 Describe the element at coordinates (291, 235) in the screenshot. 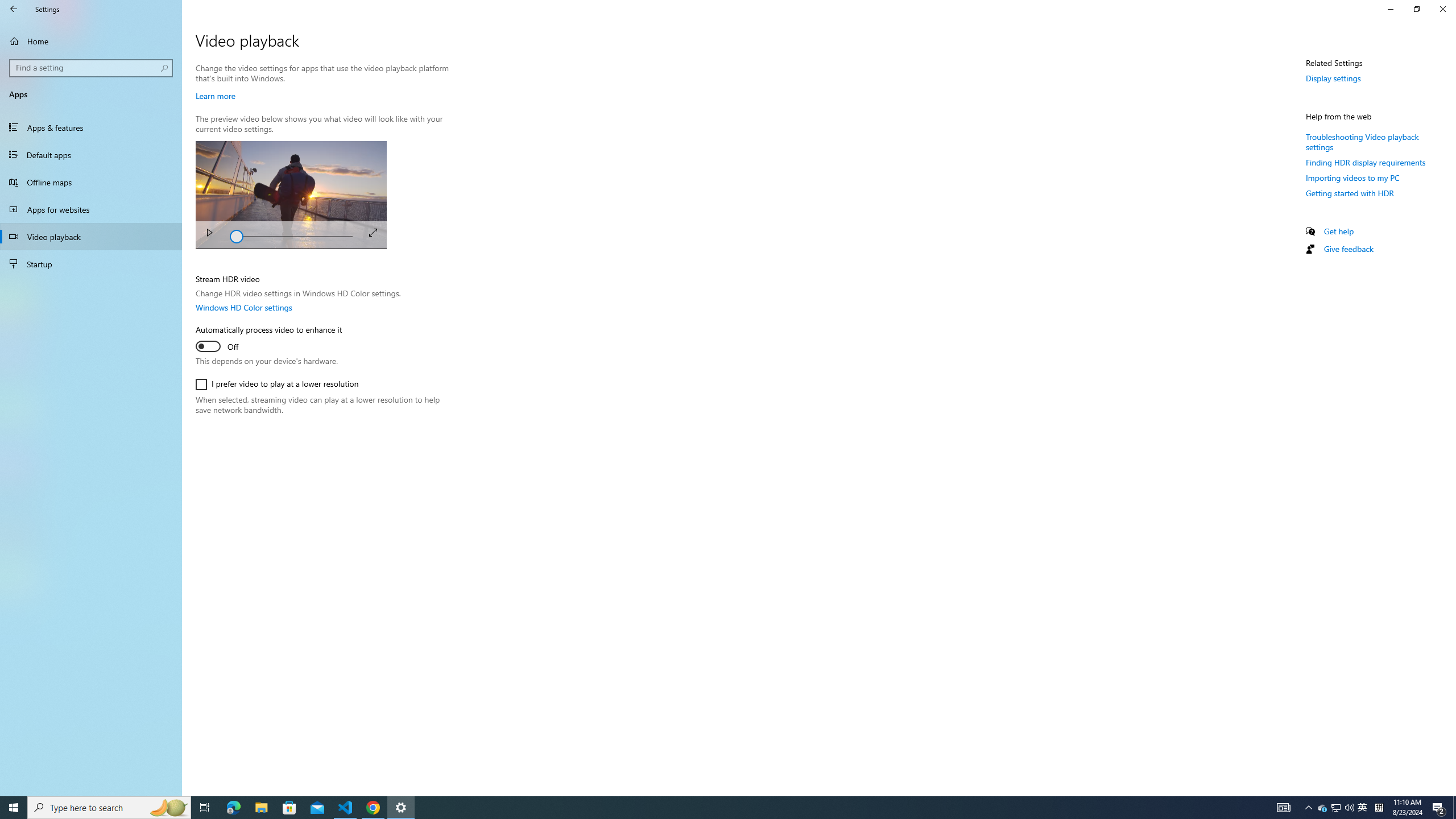

I see `'Seek'` at that location.